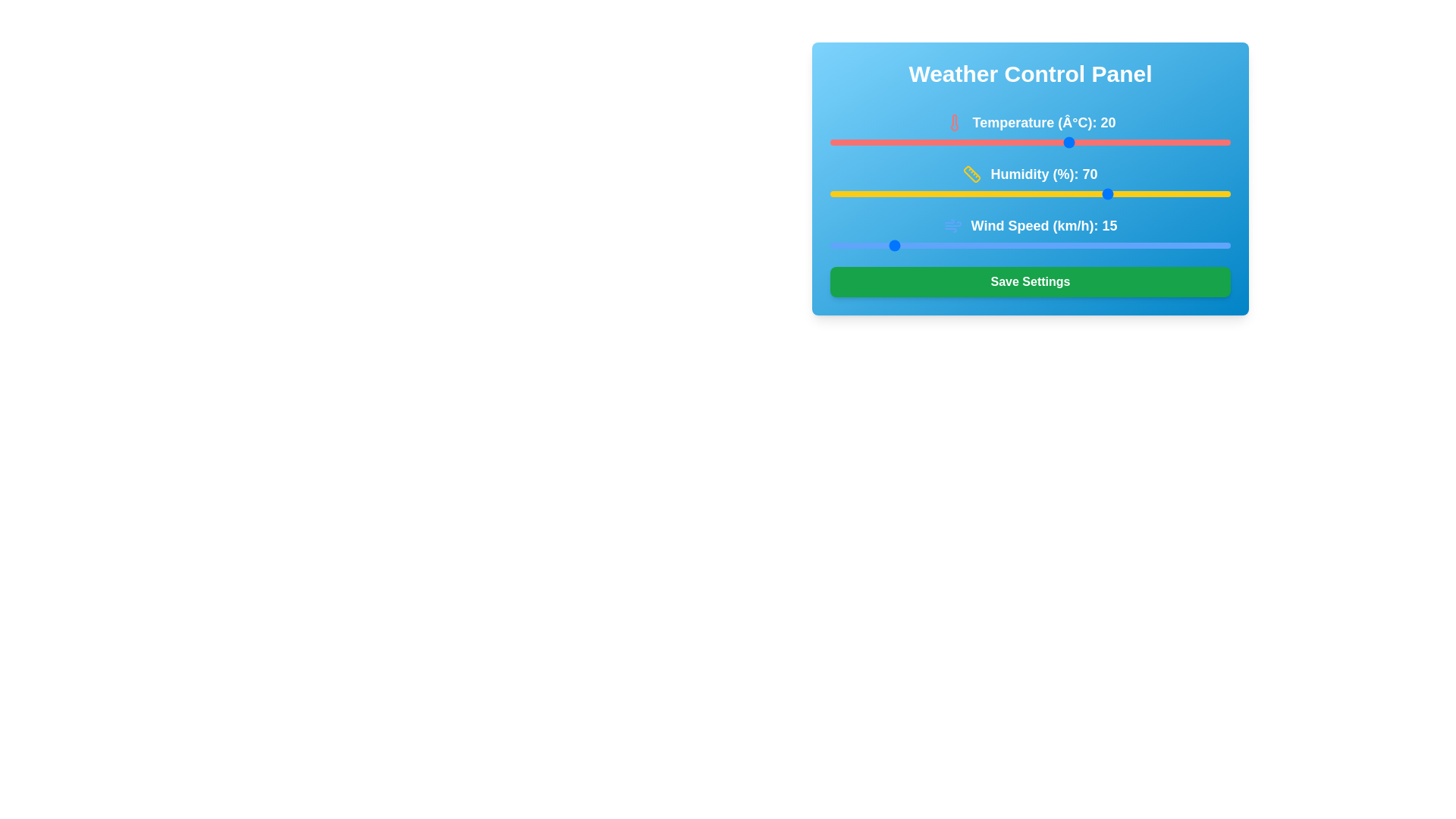 Image resolution: width=1456 pixels, height=819 pixels. I want to click on wind speed, so click(837, 245).